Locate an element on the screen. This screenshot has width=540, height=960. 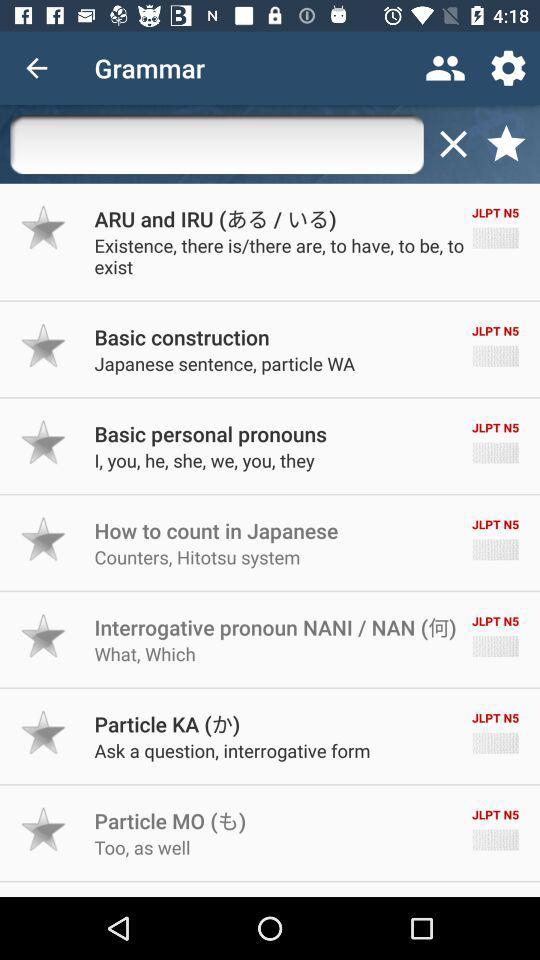
aru and iru to favorites is located at coordinates (44, 227).